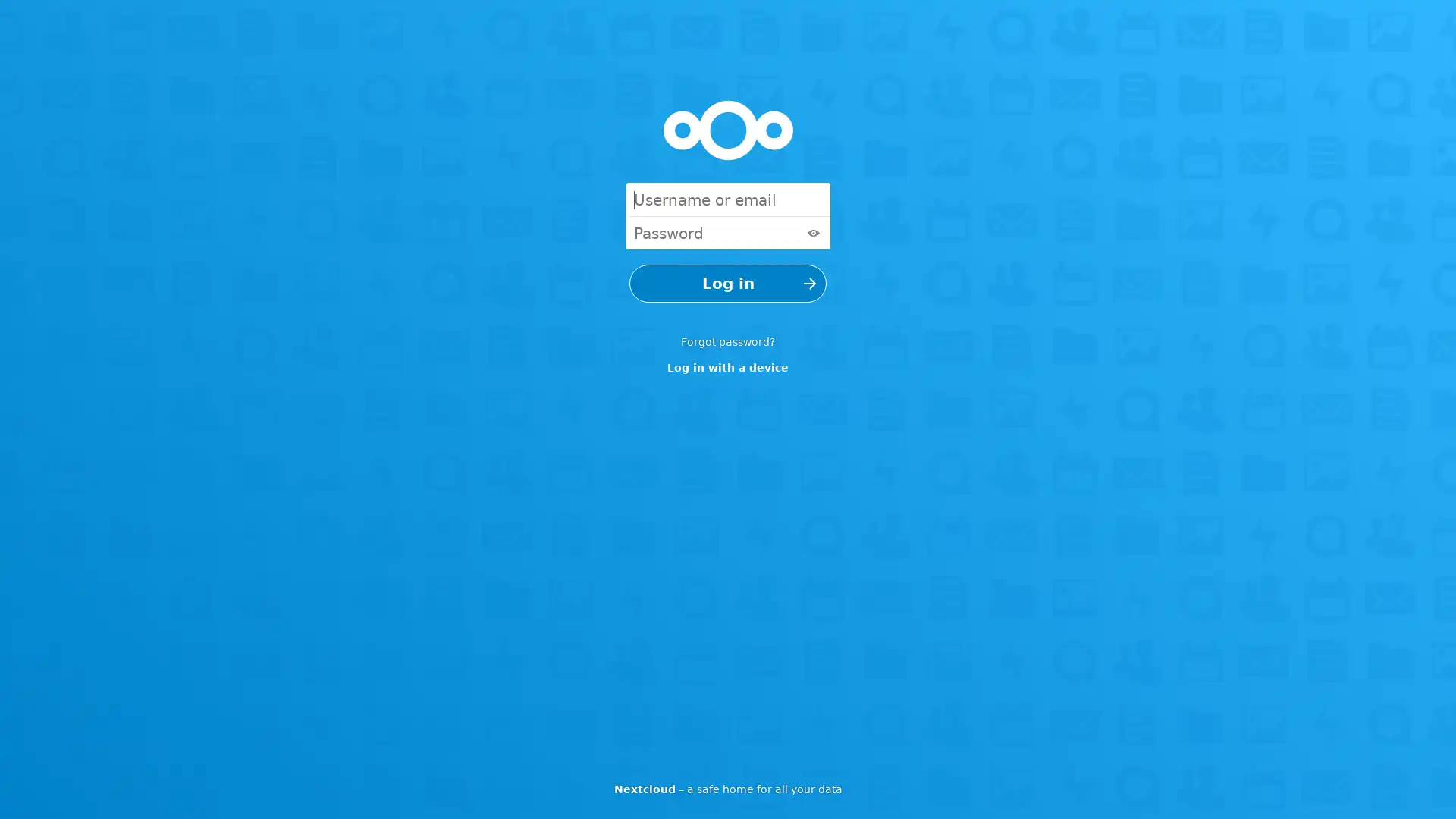 The height and width of the screenshot is (819, 1456). What do you see at coordinates (728, 284) in the screenshot?
I see `Log in` at bounding box center [728, 284].